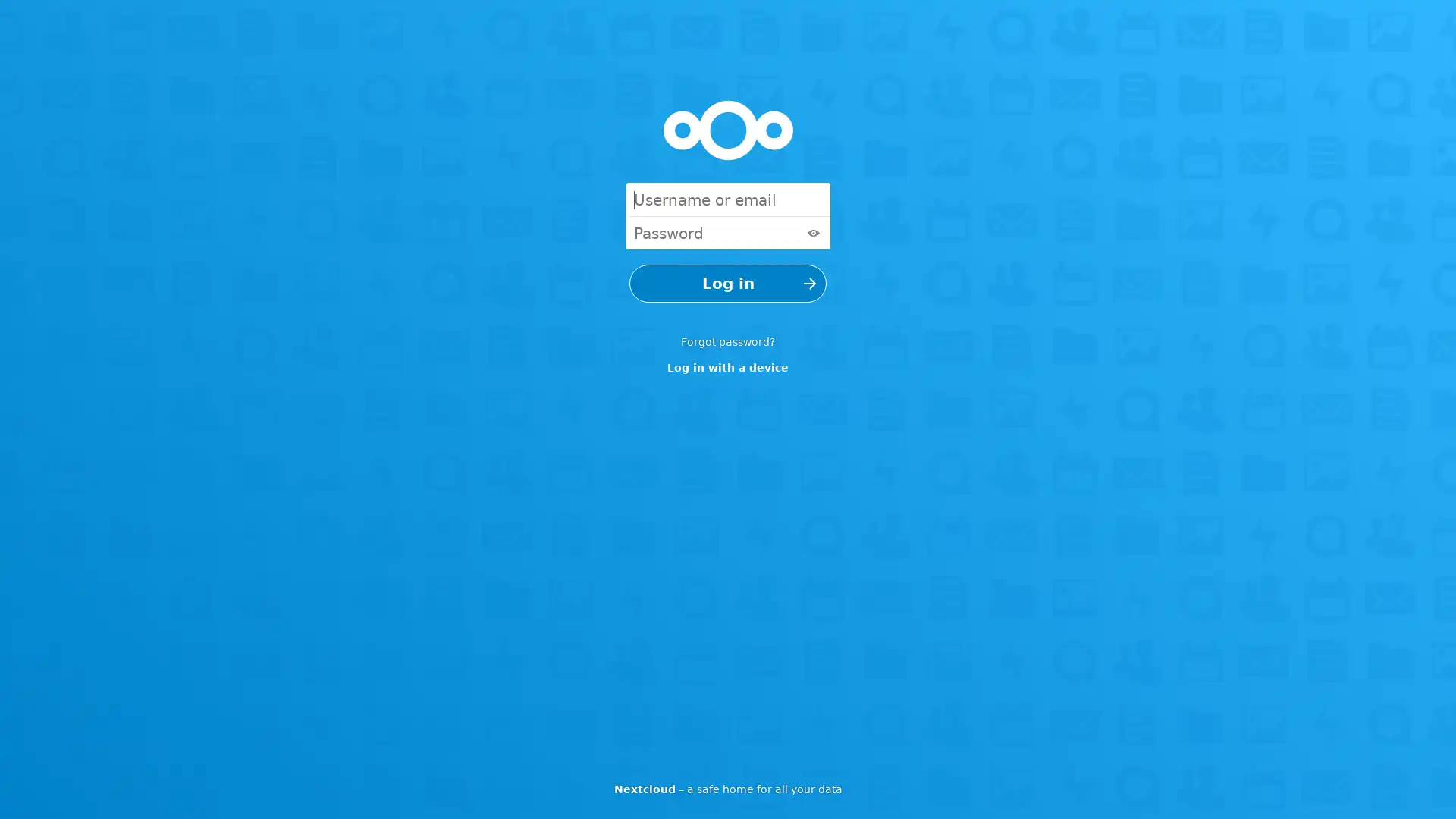 The height and width of the screenshot is (819, 1456). What do you see at coordinates (728, 284) in the screenshot?
I see `Log in` at bounding box center [728, 284].